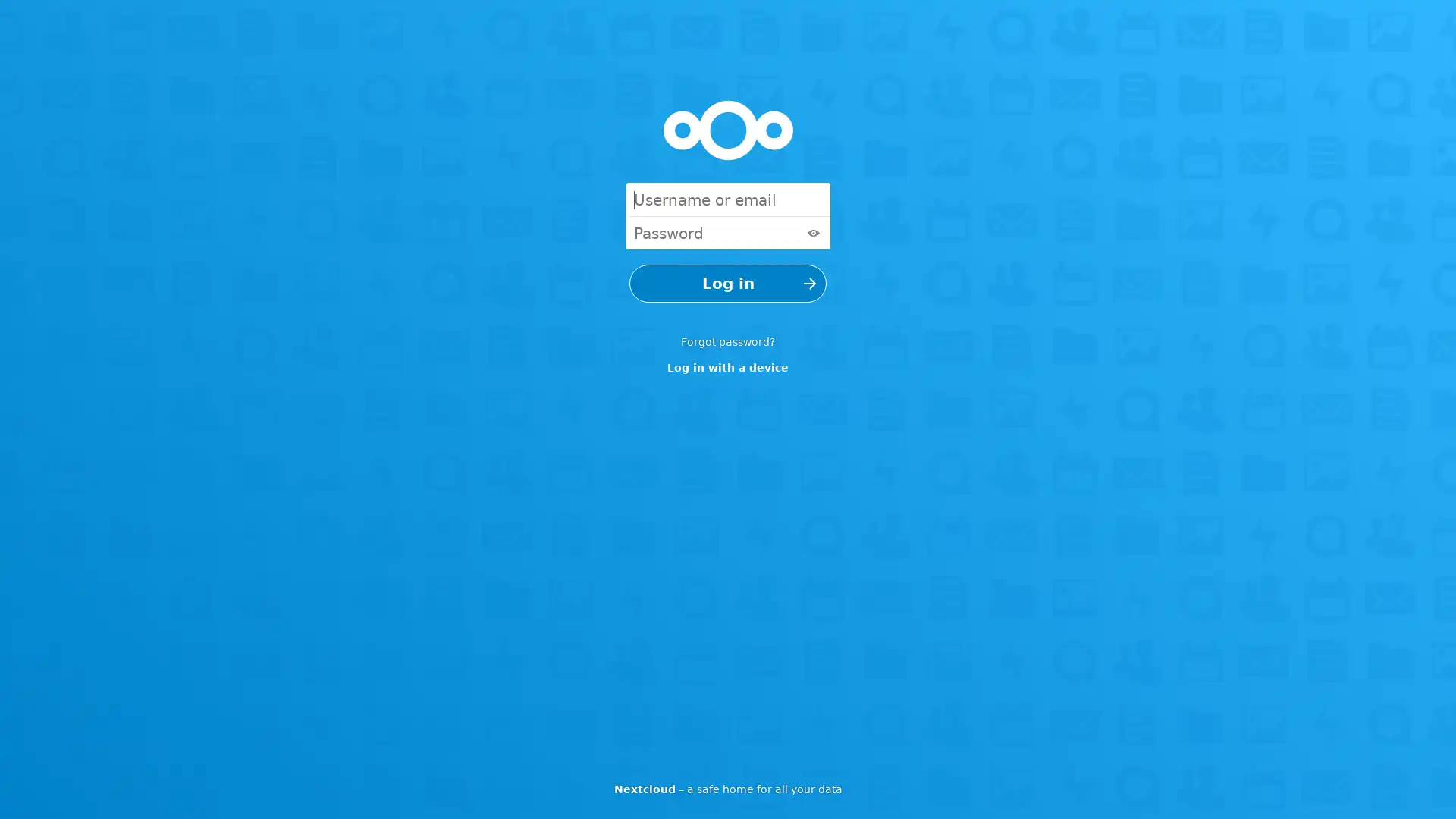 The height and width of the screenshot is (819, 1456). What do you see at coordinates (728, 284) in the screenshot?
I see `Log in` at bounding box center [728, 284].